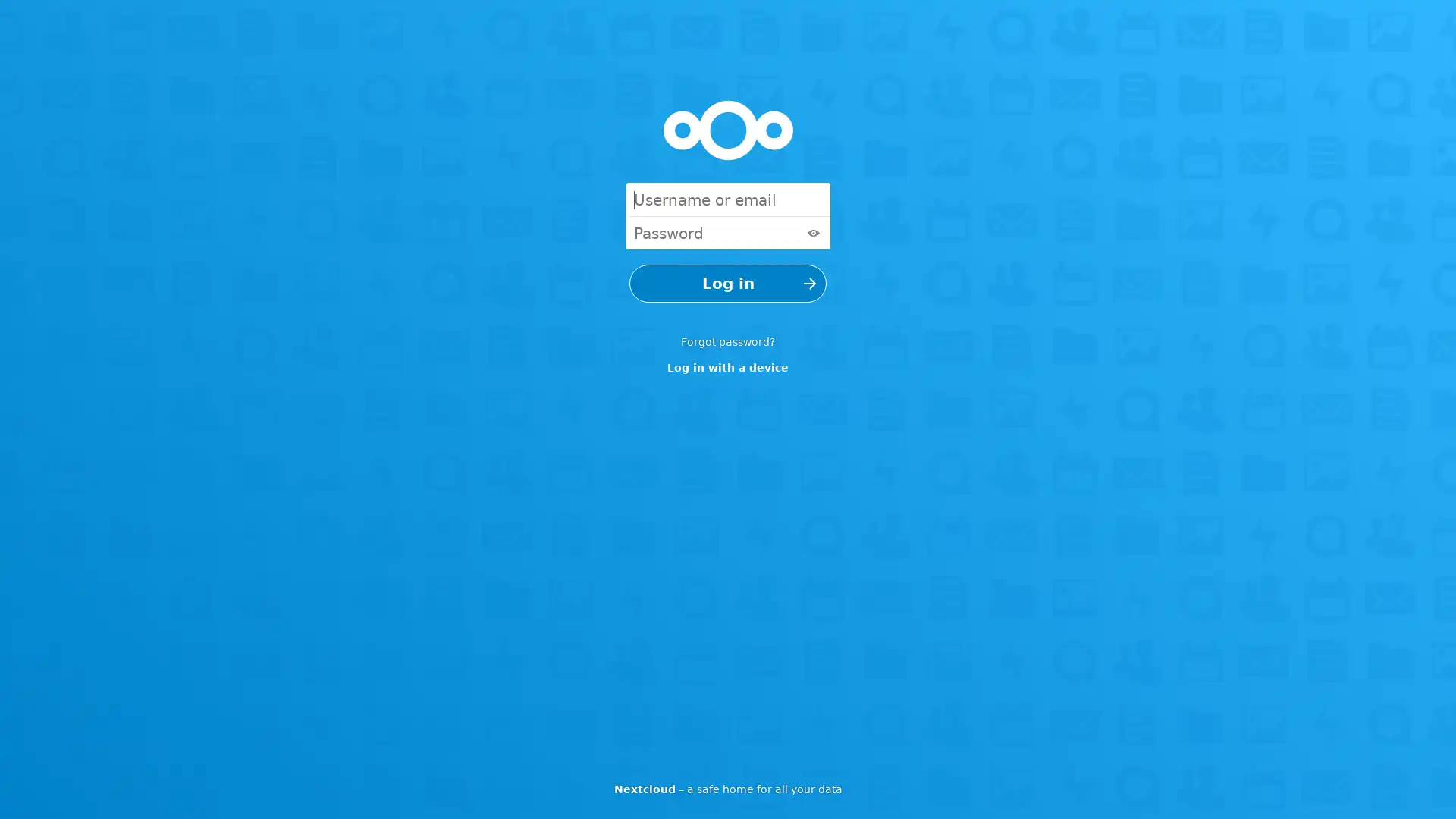 The height and width of the screenshot is (819, 1456). What do you see at coordinates (728, 284) in the screenshot?
I see `Log in` at bounding box center [728, 284].